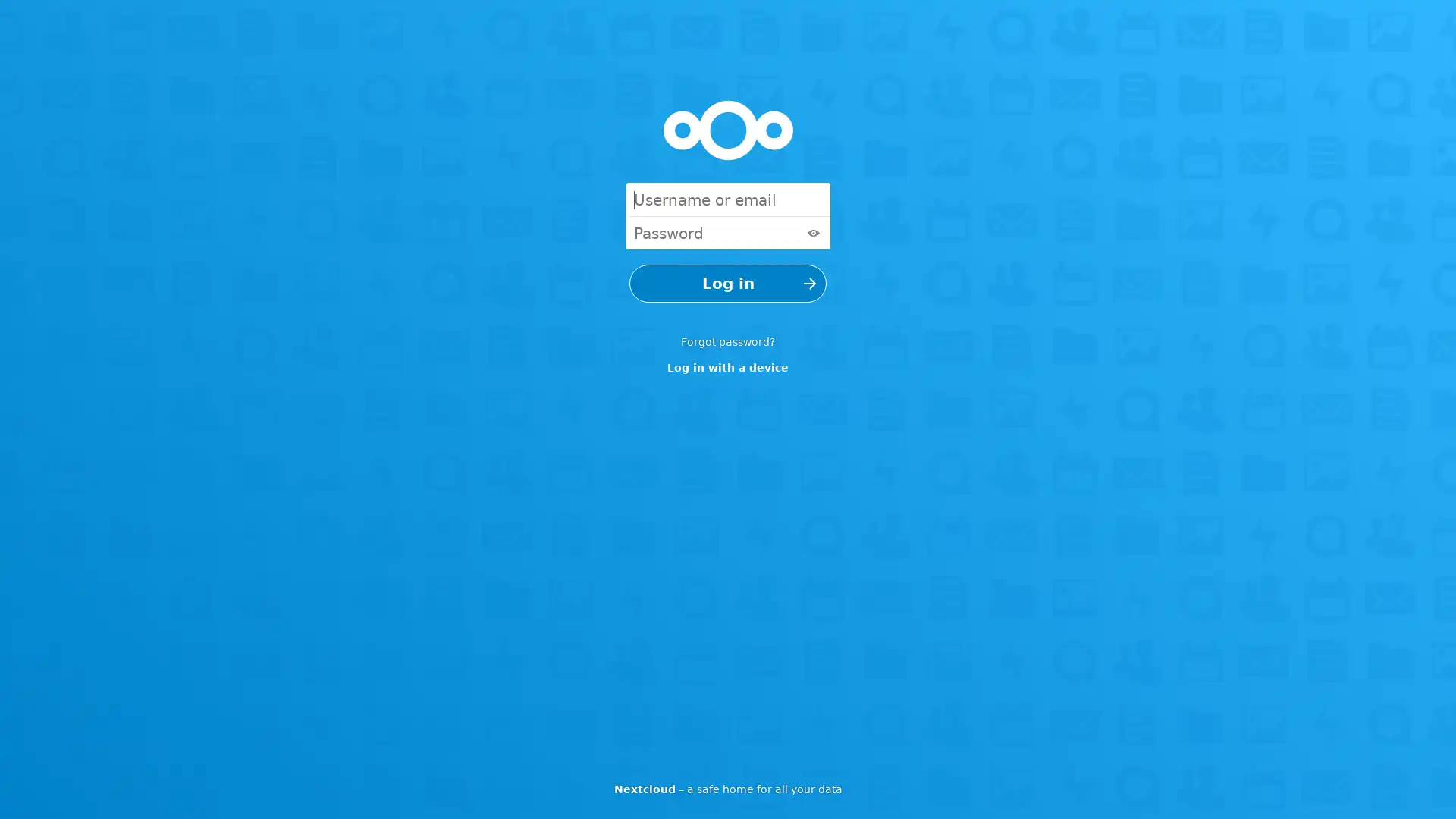 The height and width of the screenshot is (819, 1456). What do you see at coordinates (728, 284) in the screenshot?
I see `Log in` at bounding box center [728, 284].